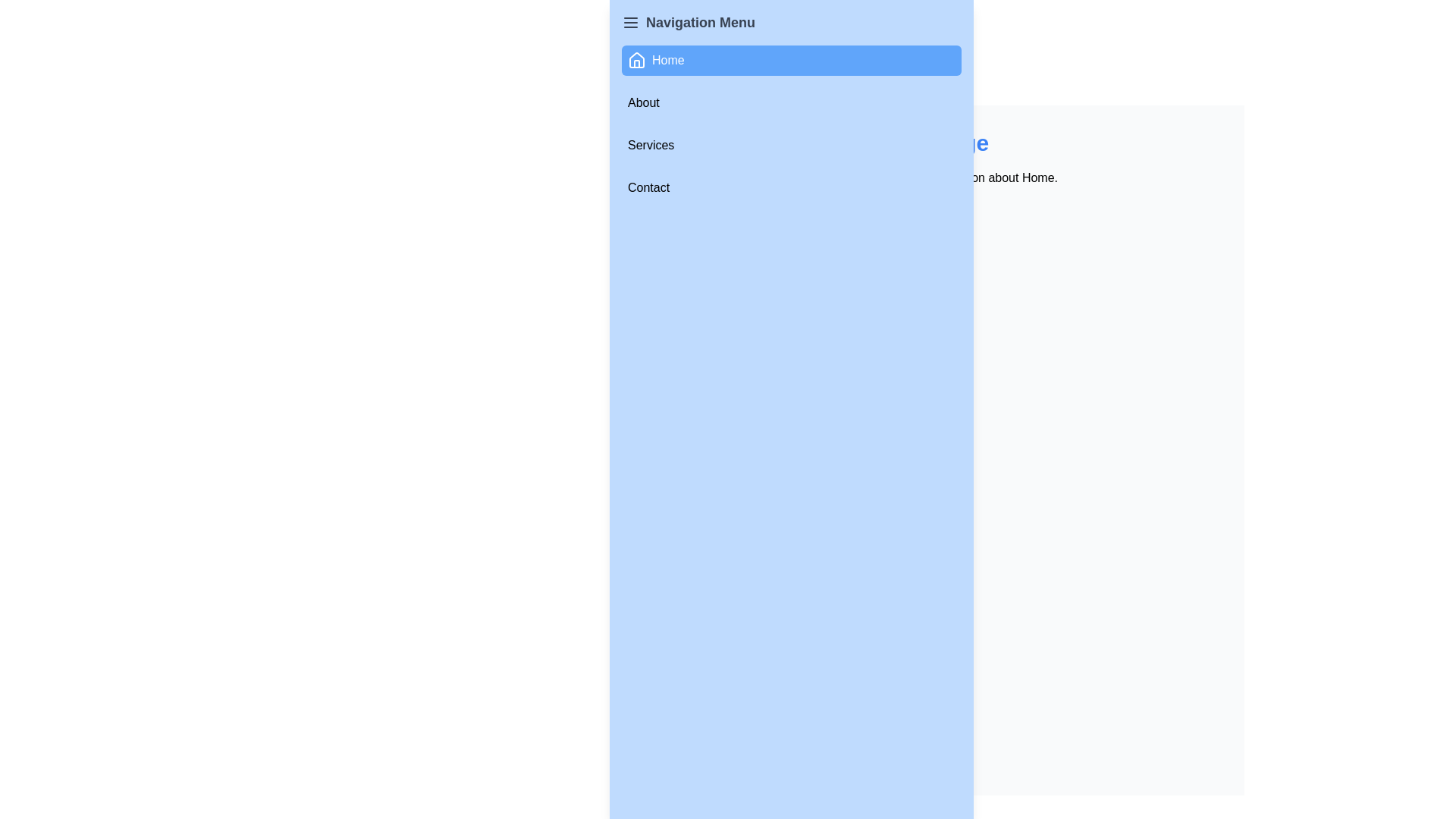 This screenshot has height=819, width=1456. Describe the element at coordinates (637, 58) in the screenshot. I see `the house icon with a blue background located next to the 'Home' text label in the vertical navigation menu` at that location.